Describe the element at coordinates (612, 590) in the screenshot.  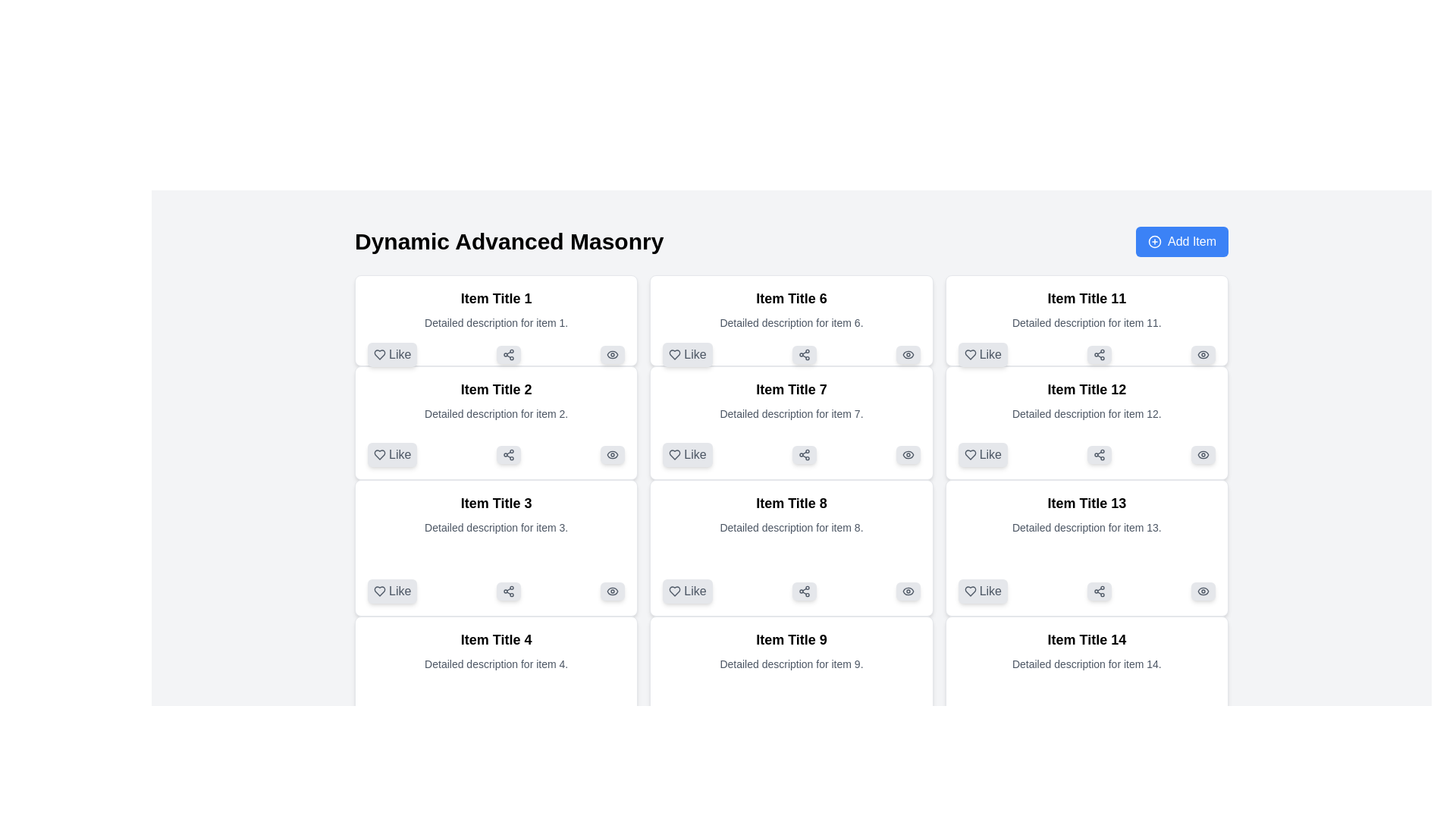
I see `the view icon located at the bottom-right corner of the 'Item Title 3' card, next to the 'Like' button and 'Share' button` at that location.